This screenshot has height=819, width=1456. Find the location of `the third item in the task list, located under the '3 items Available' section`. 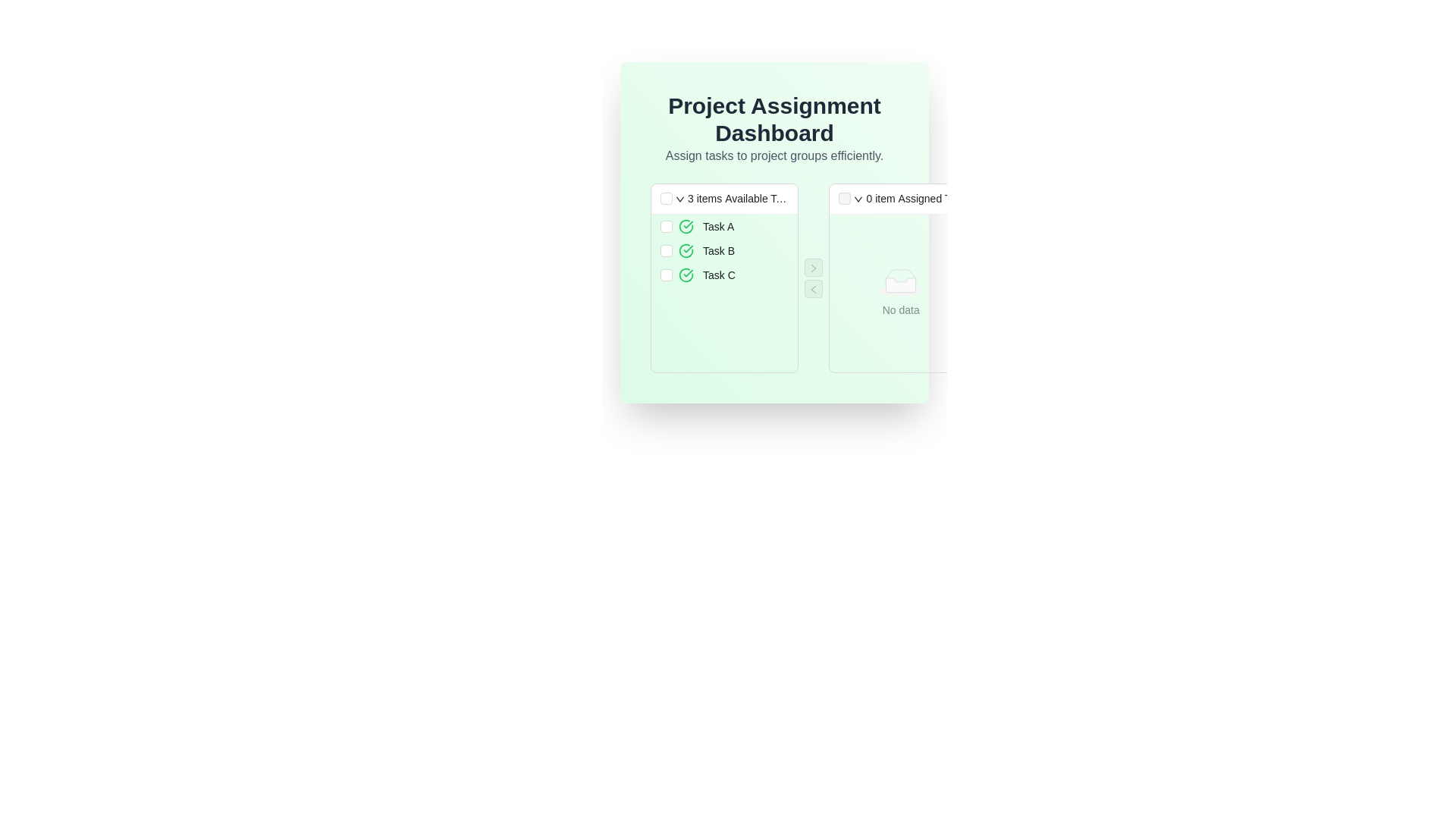

the third item in the task list, located under the '3 items Available' section is located at coordinates (723, 275).